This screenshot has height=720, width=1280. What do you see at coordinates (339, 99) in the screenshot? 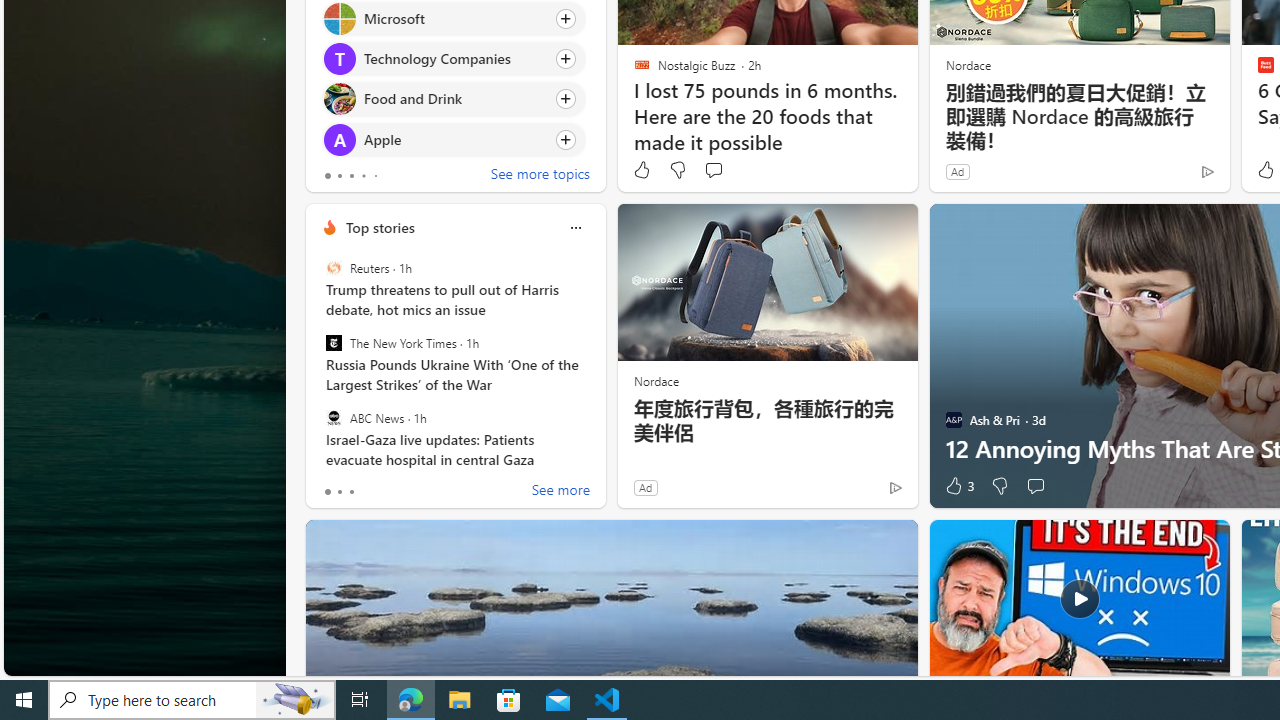
I see `'Food and Drink'` at bounding box center [339, 99].